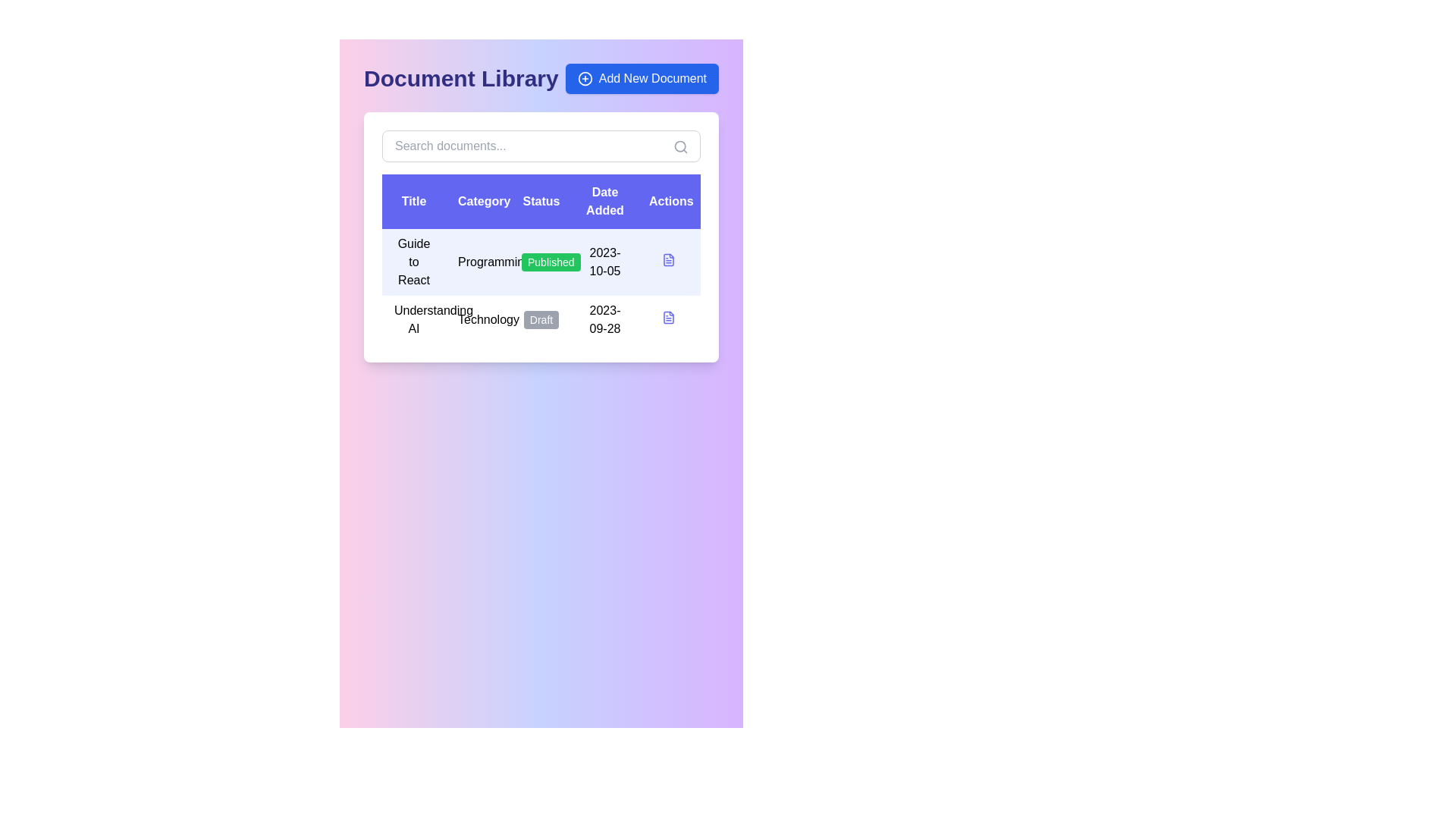  Describe the element at coordinates (541, 318) in the screenshot. I see `the draft status label located in the third column of the second row of the 'Document Library' table, which indicates that the corresponding document is in a draft state` at that location.